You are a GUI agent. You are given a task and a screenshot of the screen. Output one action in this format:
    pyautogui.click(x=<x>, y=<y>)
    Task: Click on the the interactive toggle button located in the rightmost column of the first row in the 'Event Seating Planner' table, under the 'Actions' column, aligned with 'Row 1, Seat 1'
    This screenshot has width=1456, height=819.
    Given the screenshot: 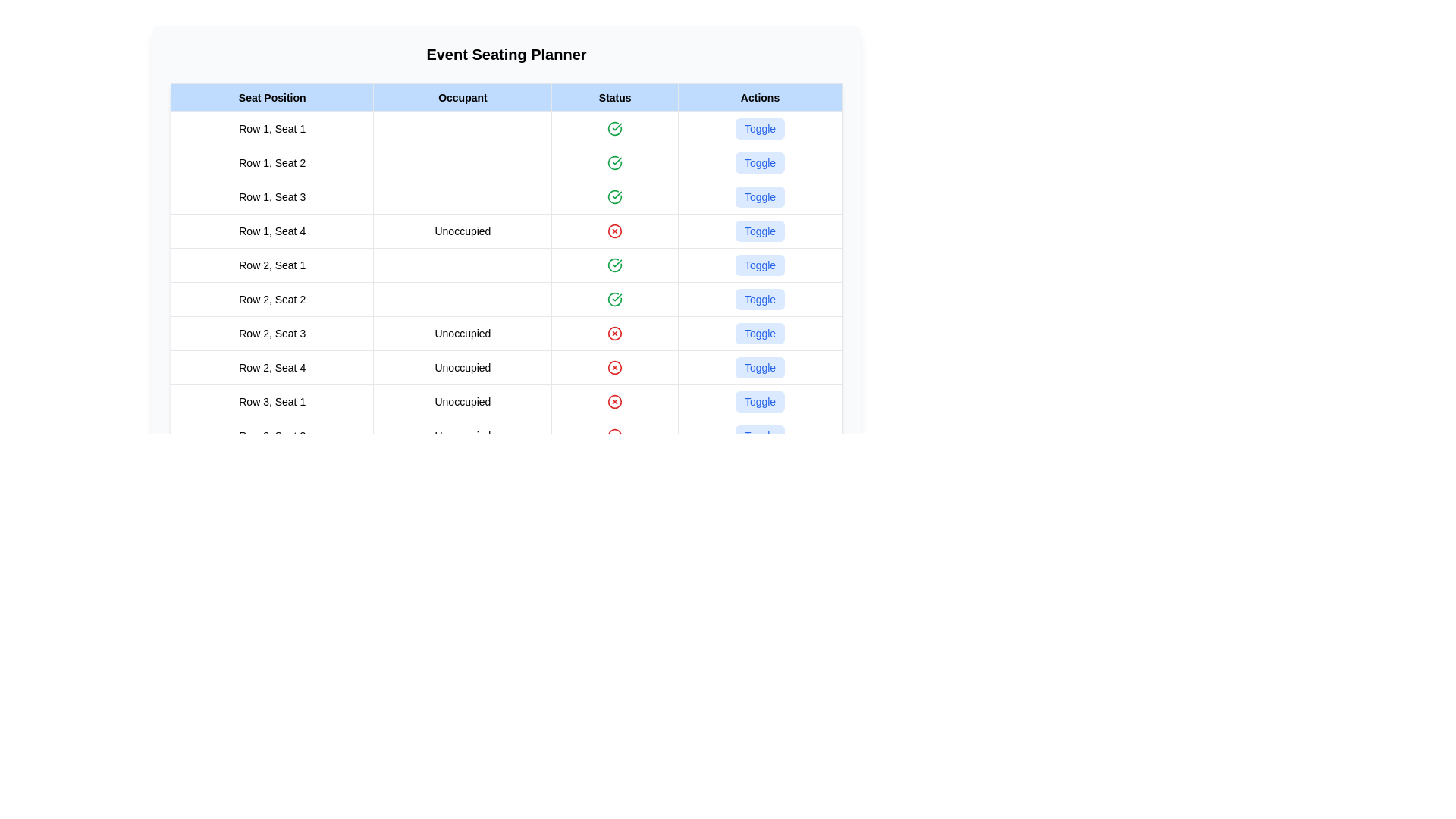 What is the action you would take?
    pyautogui.click(x=760, y=127)
    